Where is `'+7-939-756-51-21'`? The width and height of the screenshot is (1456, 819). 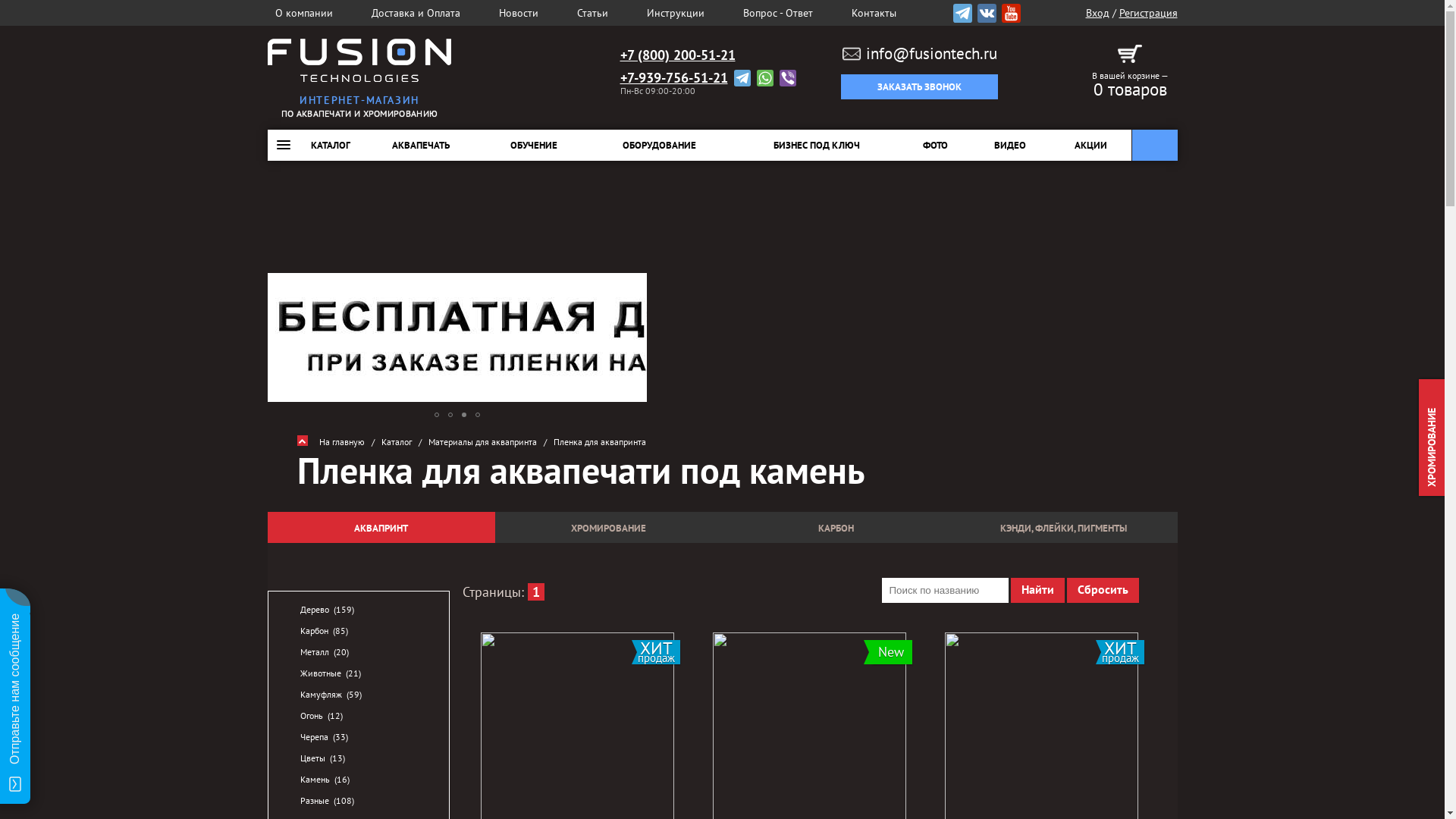 '+7-939-756-51-21' is located at coordinates (673, 78).